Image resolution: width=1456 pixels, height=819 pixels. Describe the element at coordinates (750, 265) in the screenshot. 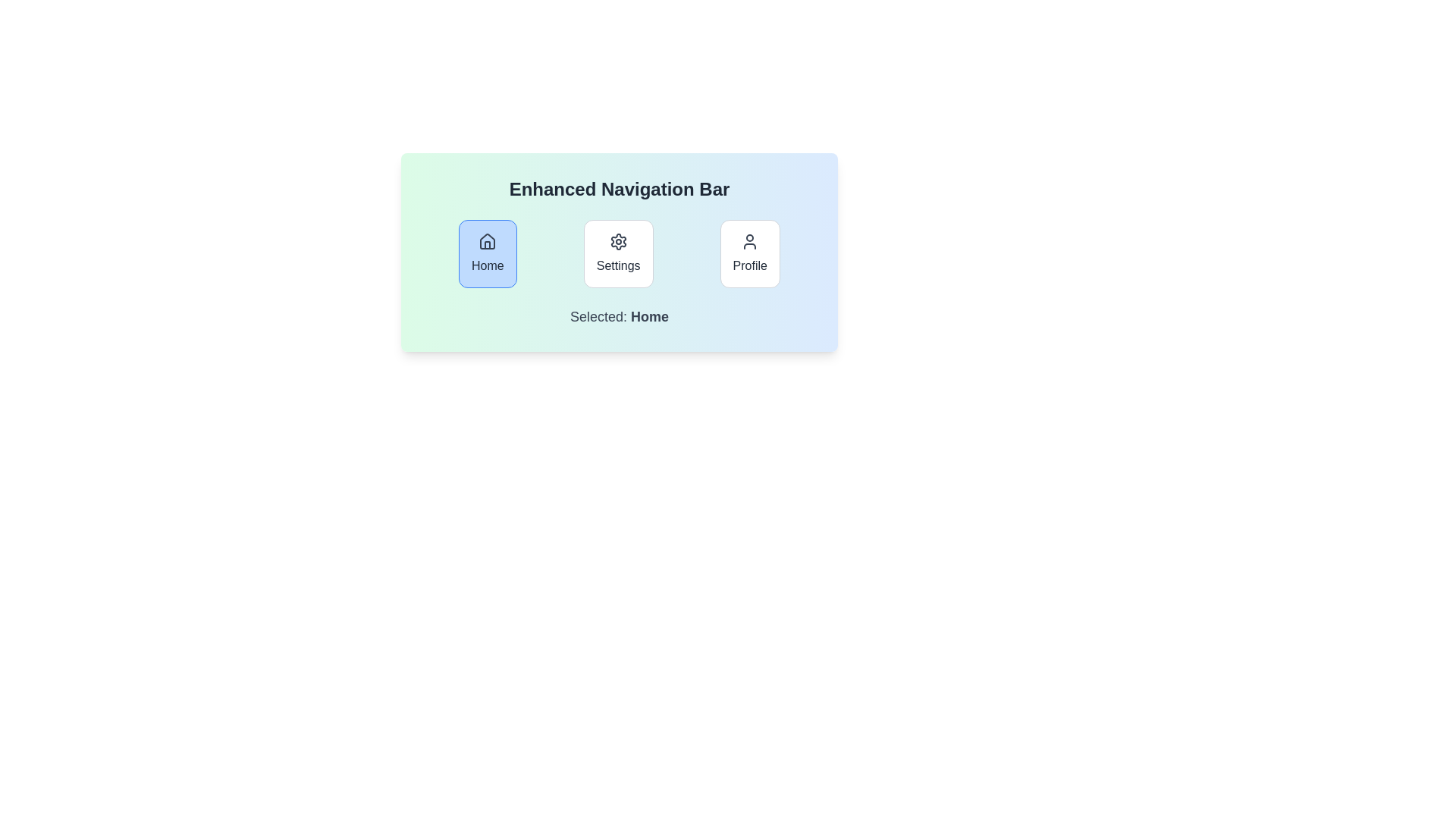

I see `the 'Profile' text label, which is styled in gray and located centrally in the navigation bar beneath a person icon` at that location.